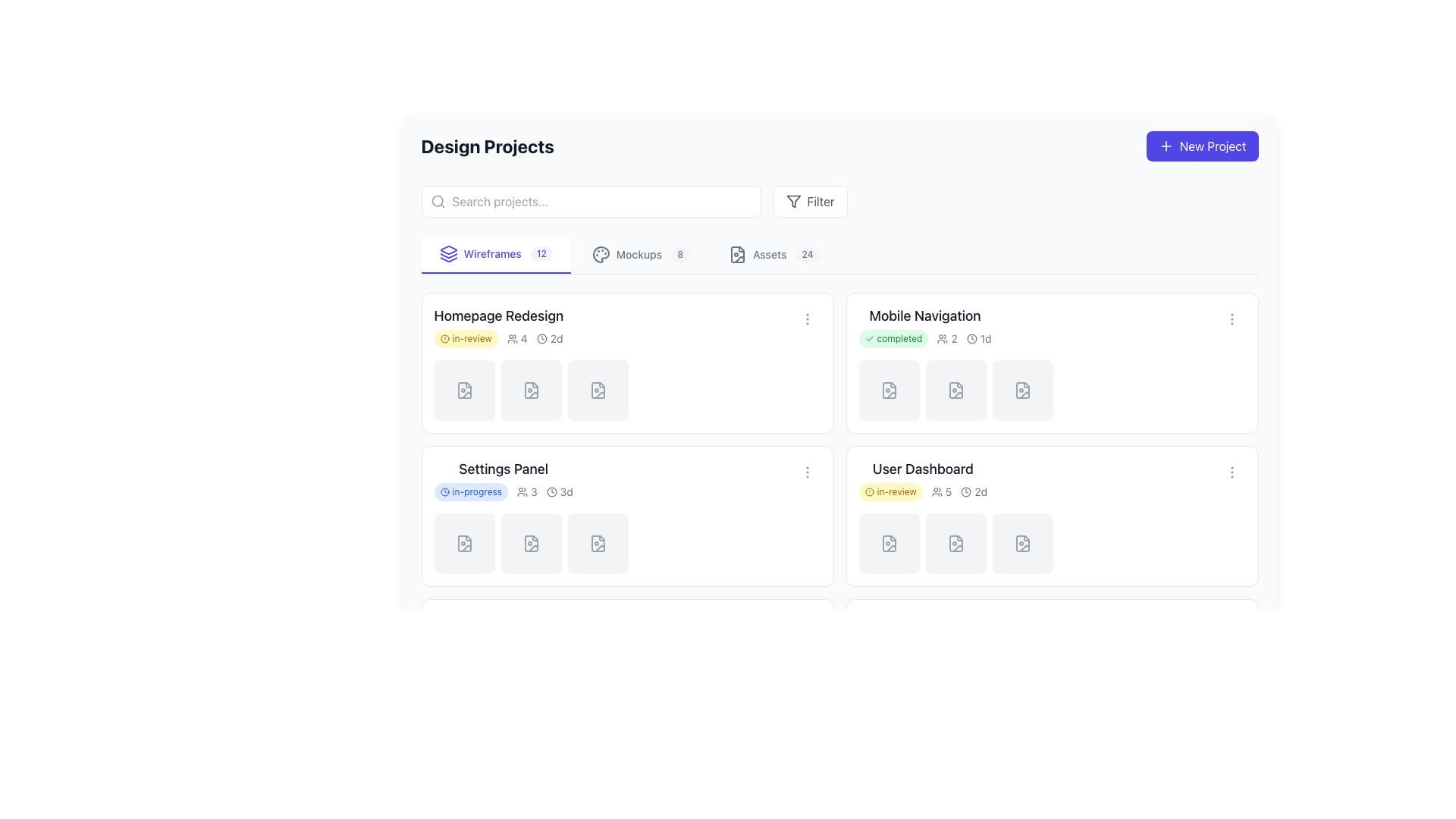 The height and width of the screenshot is (819, 1456). Describe the element at coordinates (600, 253) in the screenshot. I see `the 'Mockups' icon located in the top-center navigation bar, which serves as a visual identifier for the 'Mockups' section` at that location.